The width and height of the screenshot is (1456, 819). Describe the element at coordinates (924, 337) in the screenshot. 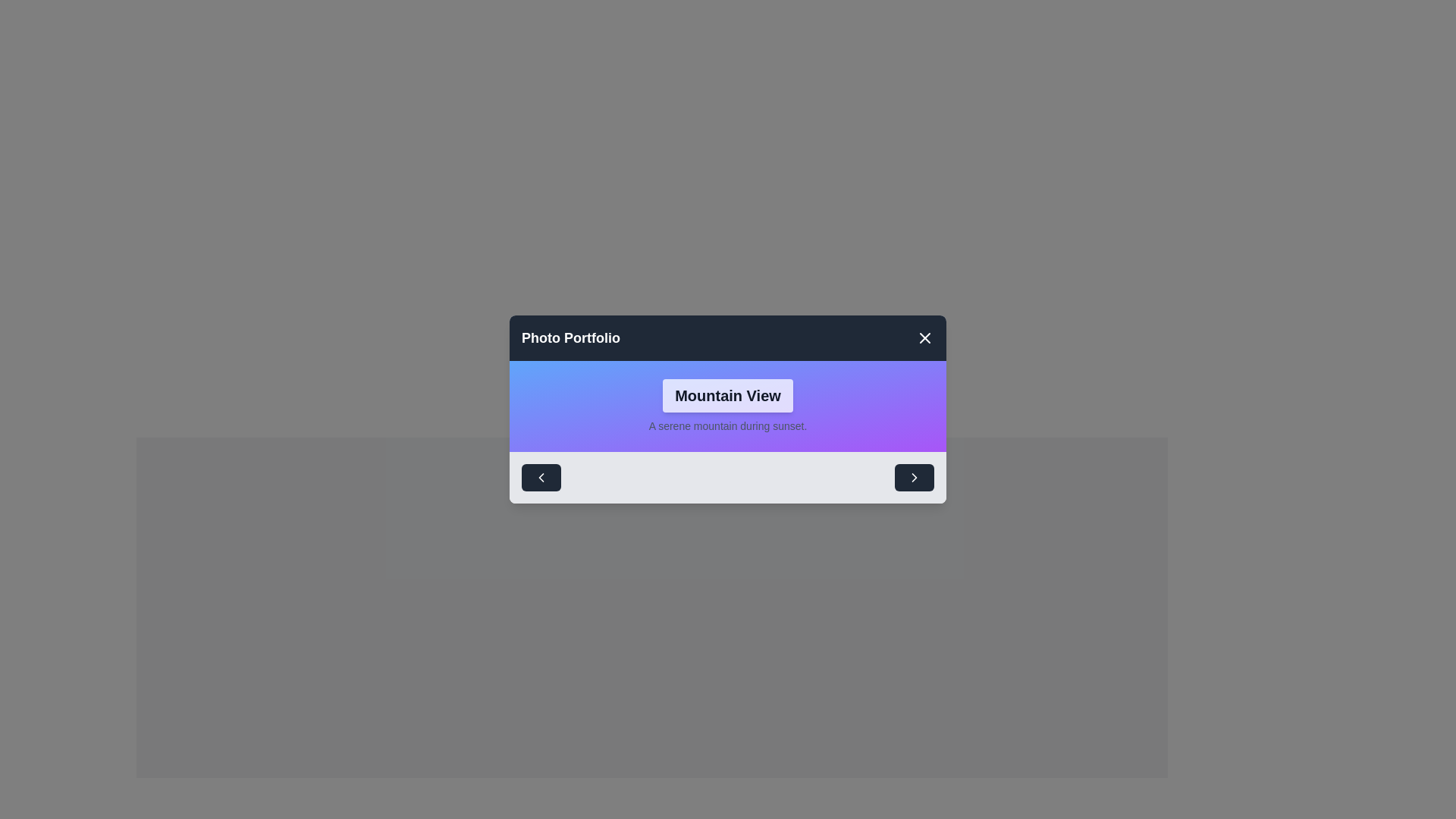

I see `the close button (cross icon) located in the top-right corner of the dark navy panel labeled 'Photo Portfolio'` at that location.